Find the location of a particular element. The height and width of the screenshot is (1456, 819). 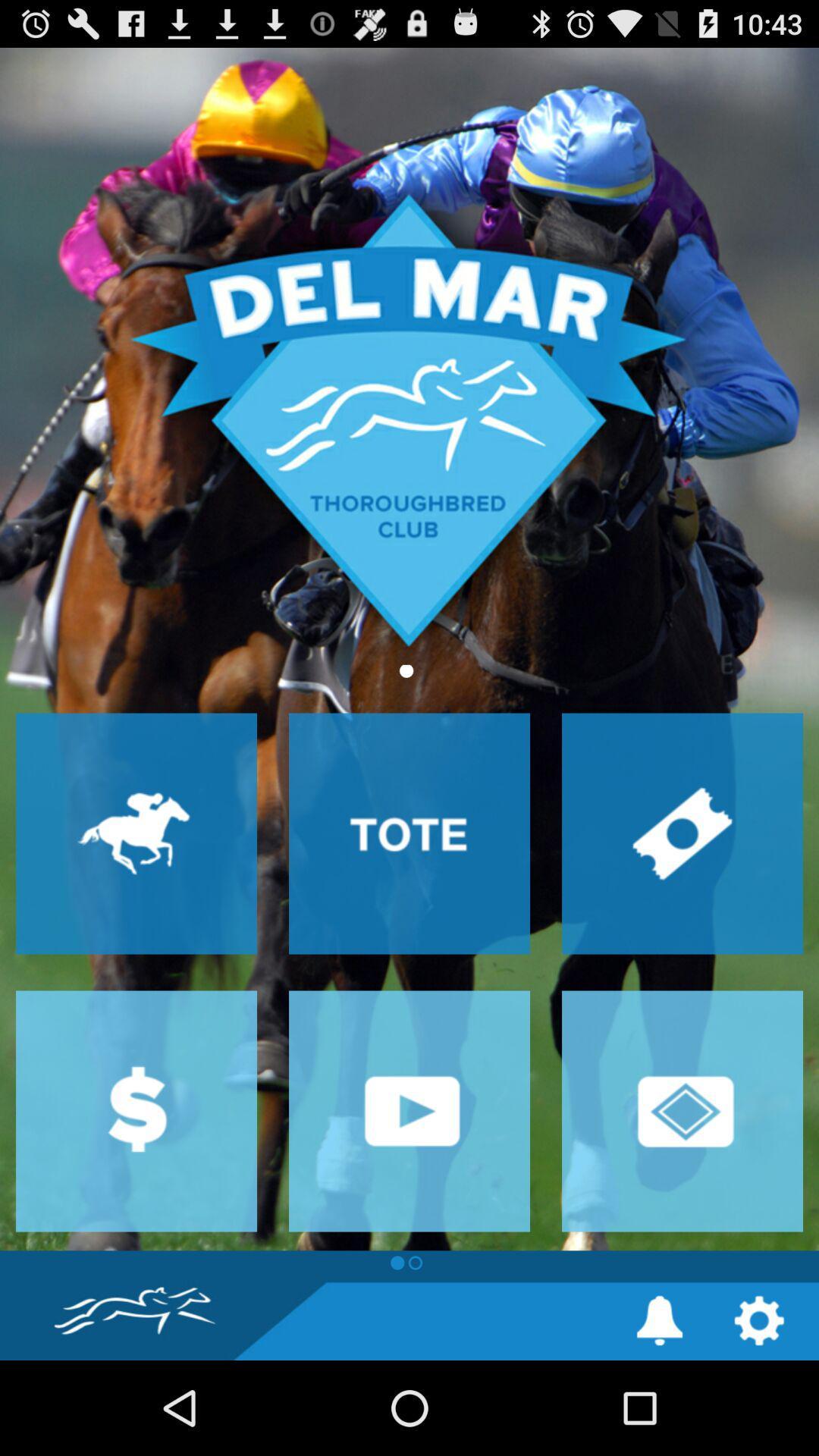

gon tote is located at coordinates (409, 833).